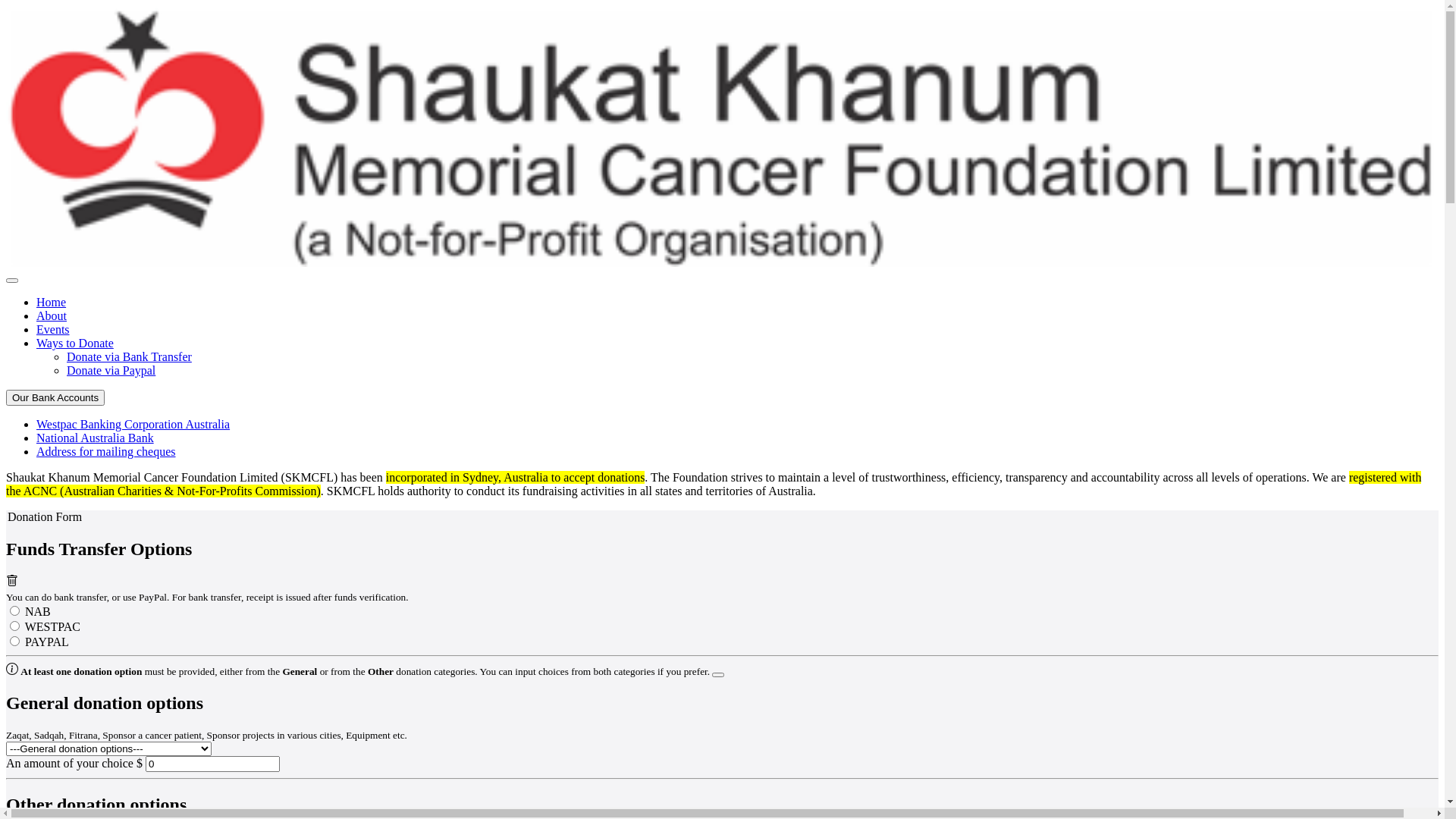  I want to click on 'National Australia Bank', so click(36, 438).